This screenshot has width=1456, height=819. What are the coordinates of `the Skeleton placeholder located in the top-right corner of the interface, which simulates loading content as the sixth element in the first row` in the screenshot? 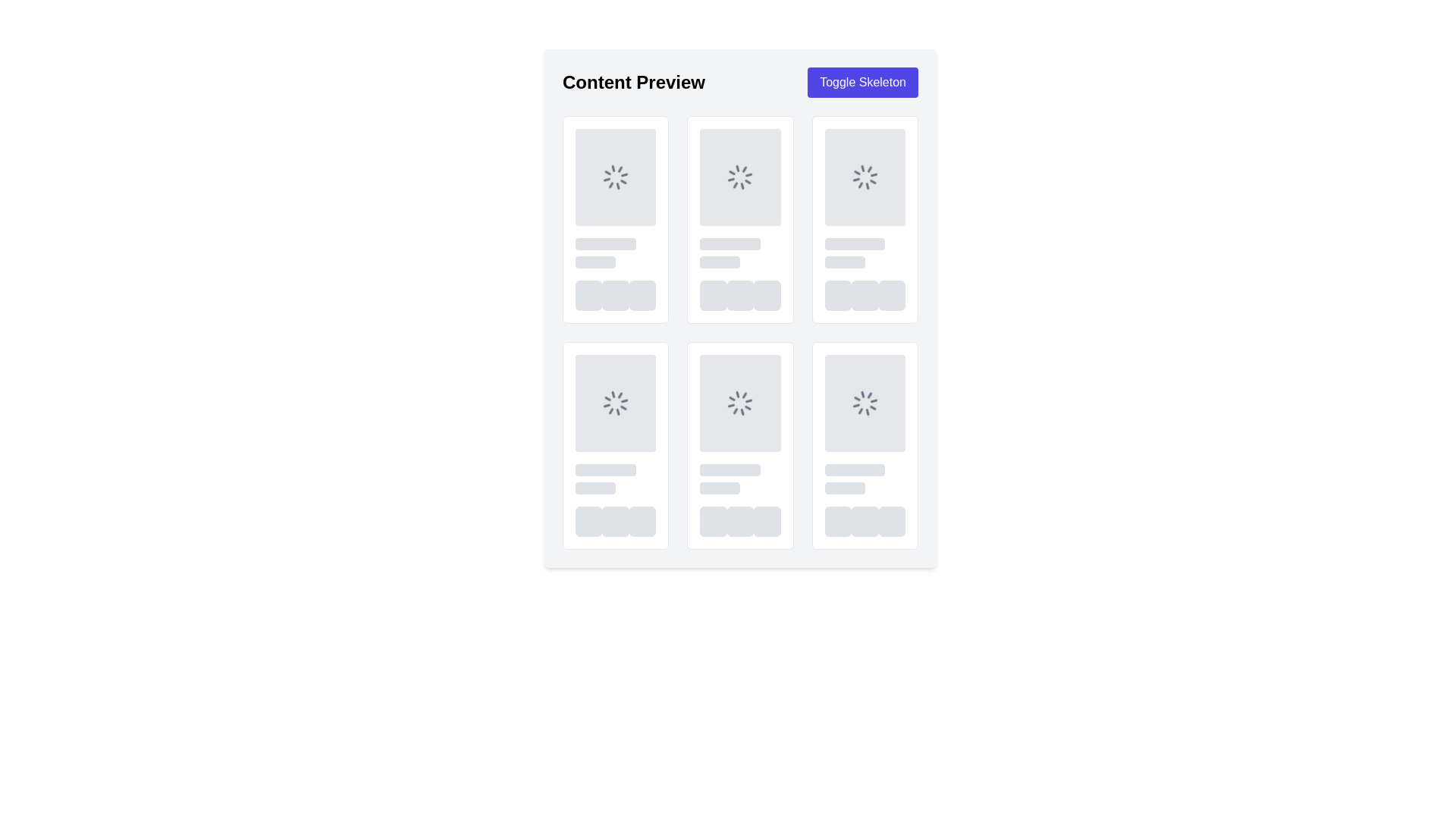 It's located at (864, 219).